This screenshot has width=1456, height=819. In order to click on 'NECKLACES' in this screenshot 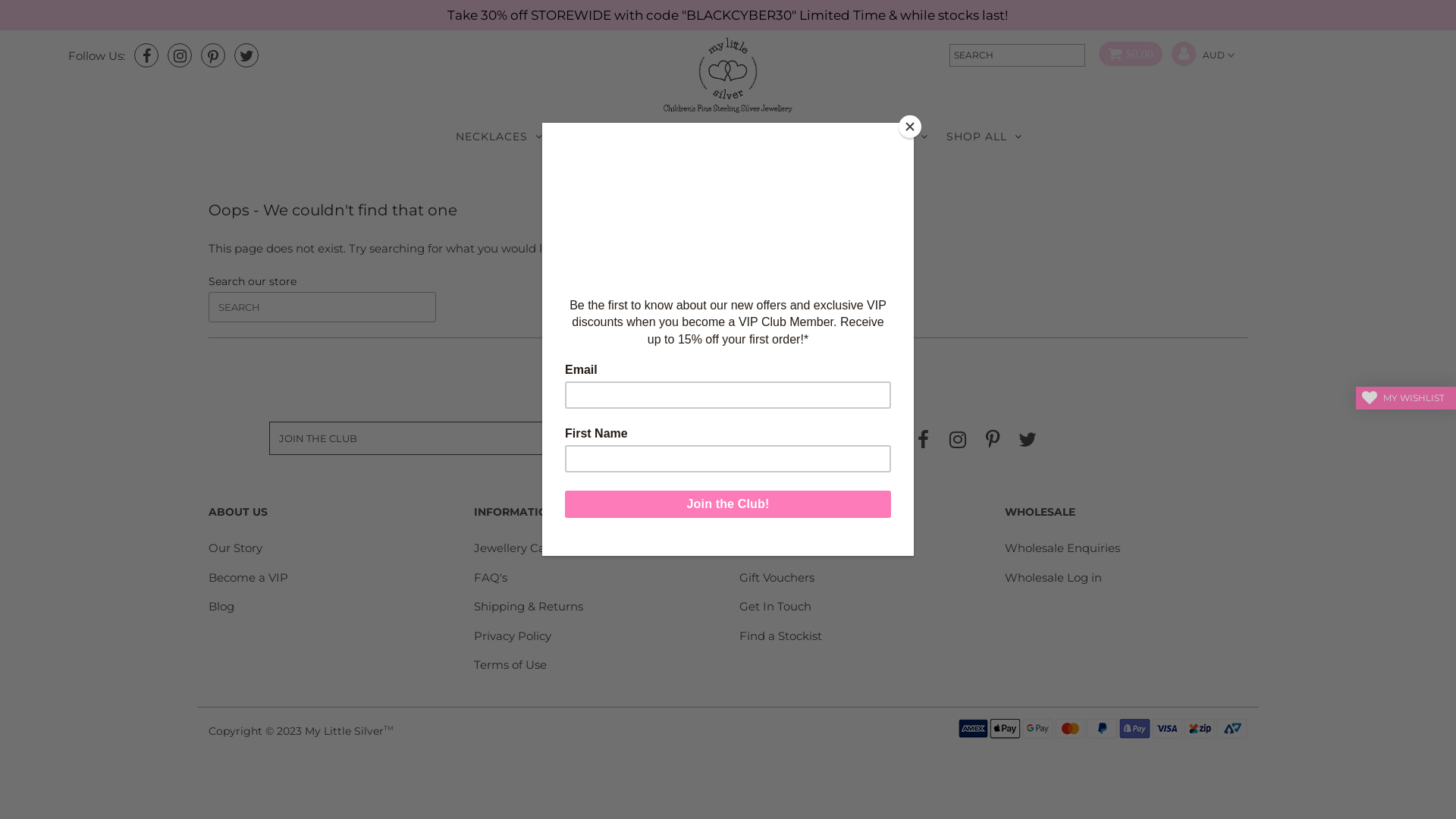, I will do `click(499, 136)`.